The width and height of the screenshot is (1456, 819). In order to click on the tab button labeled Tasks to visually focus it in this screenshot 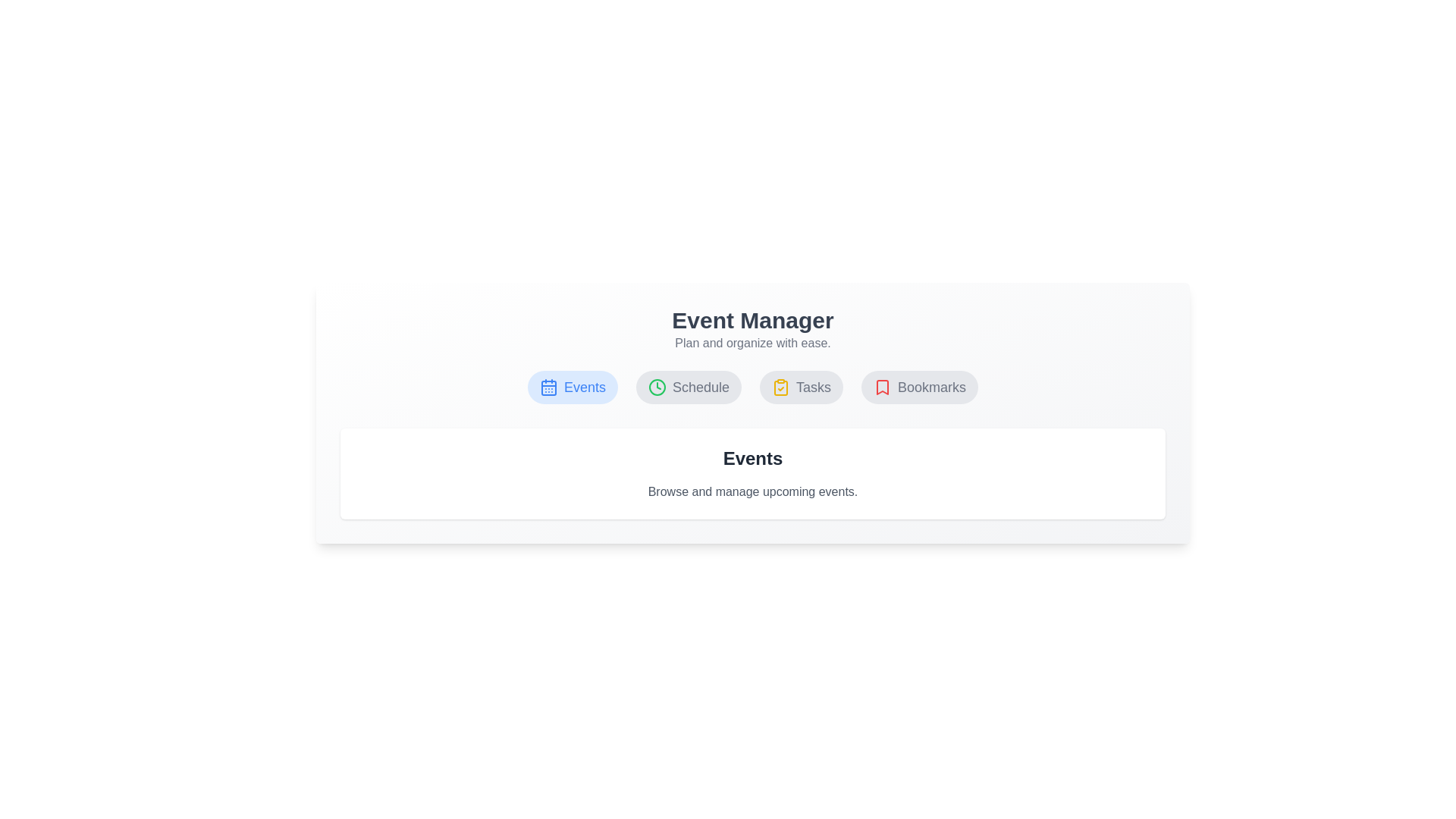, I will do `click(800, 386)`.